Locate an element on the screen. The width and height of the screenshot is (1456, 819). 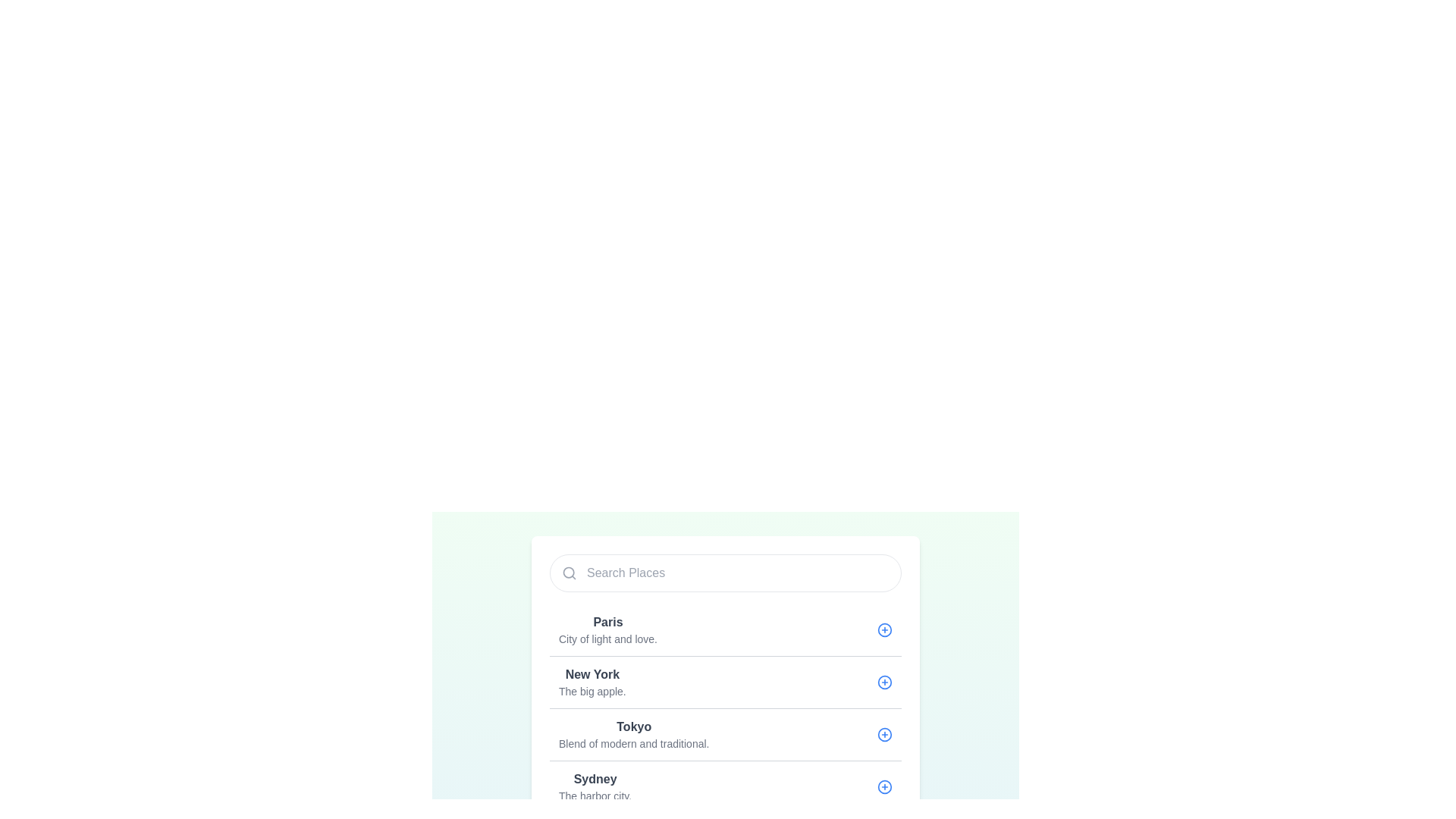
the text label displaying 'Sydney' in the fourth list item, which serves as a title or headline for the associated location is located at coordinates (595, 780).